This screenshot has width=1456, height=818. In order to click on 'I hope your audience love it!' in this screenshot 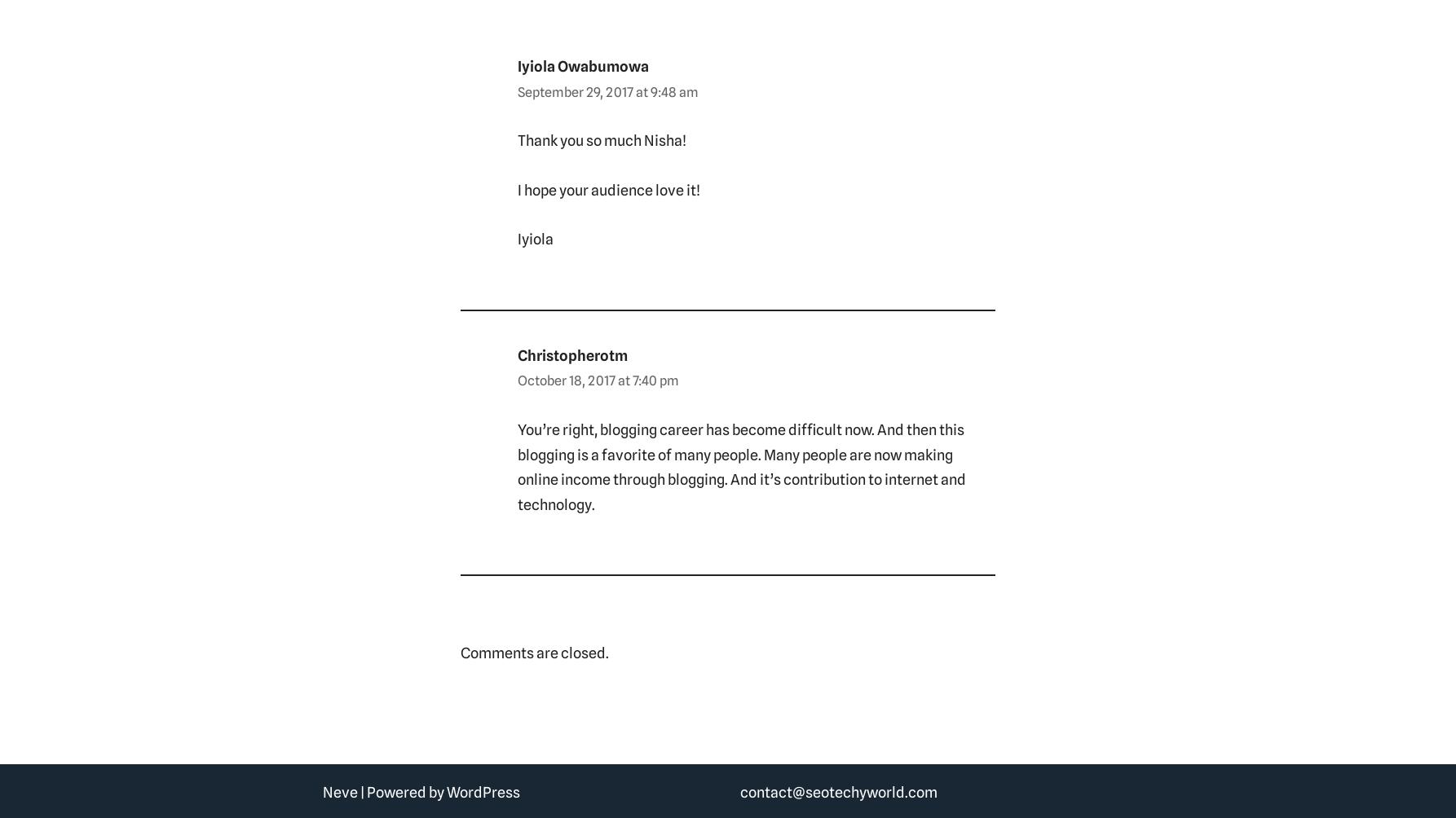, I will do `click(517, 188)`.